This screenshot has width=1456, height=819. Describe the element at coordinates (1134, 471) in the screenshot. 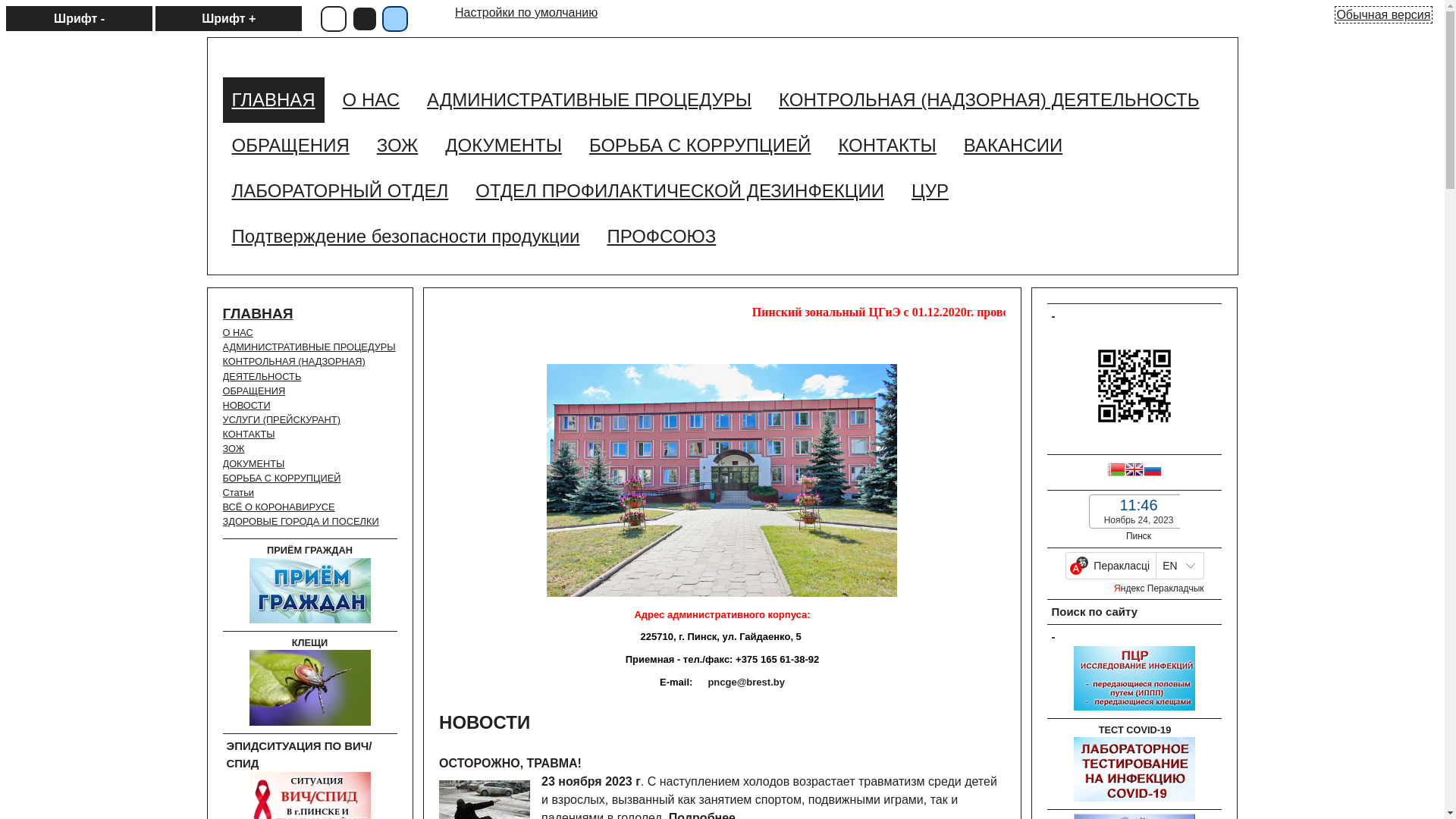

I see `'English'` at that location.